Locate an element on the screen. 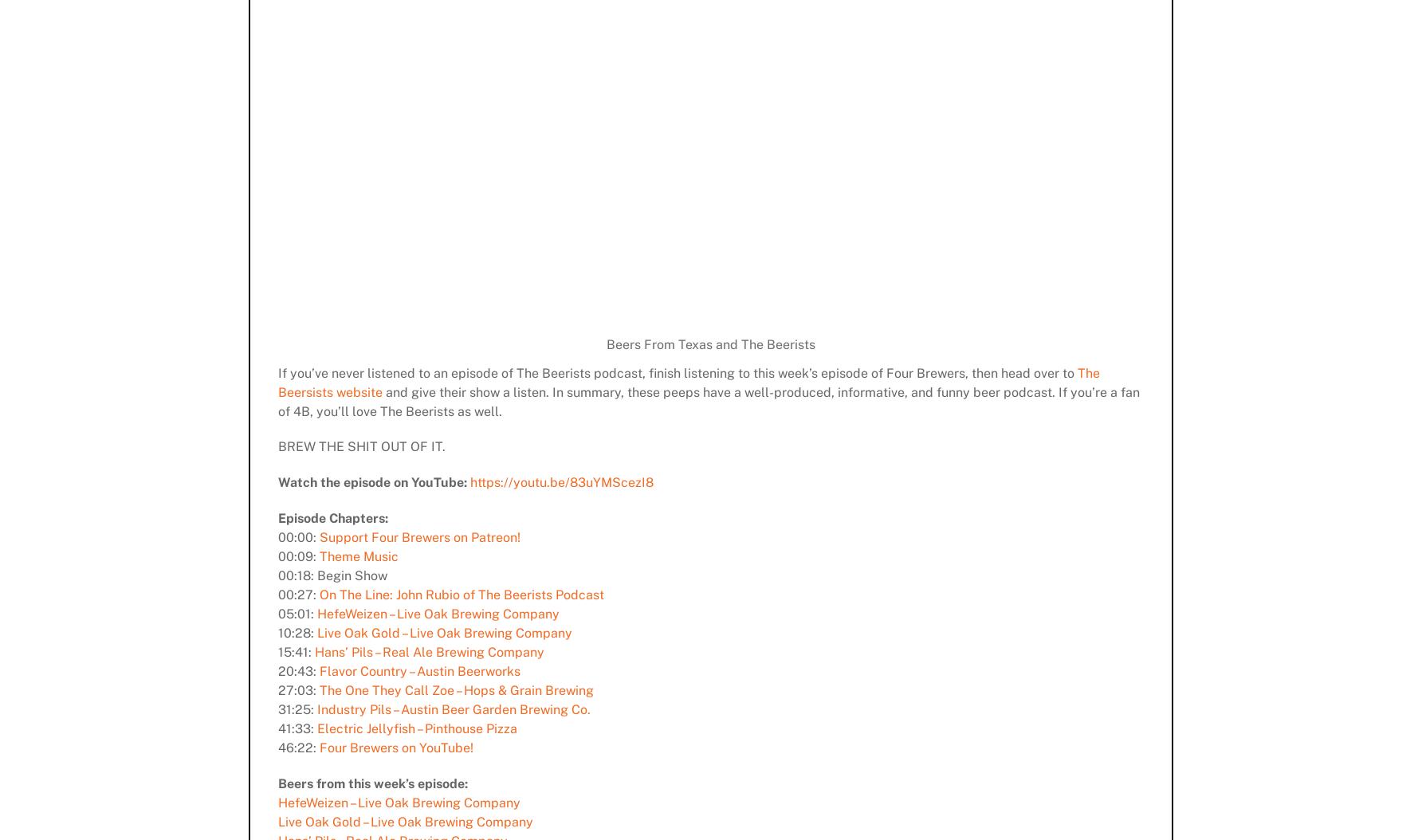  'The Full Pint - Craft Beer News' is located at coordinates (703, 772).